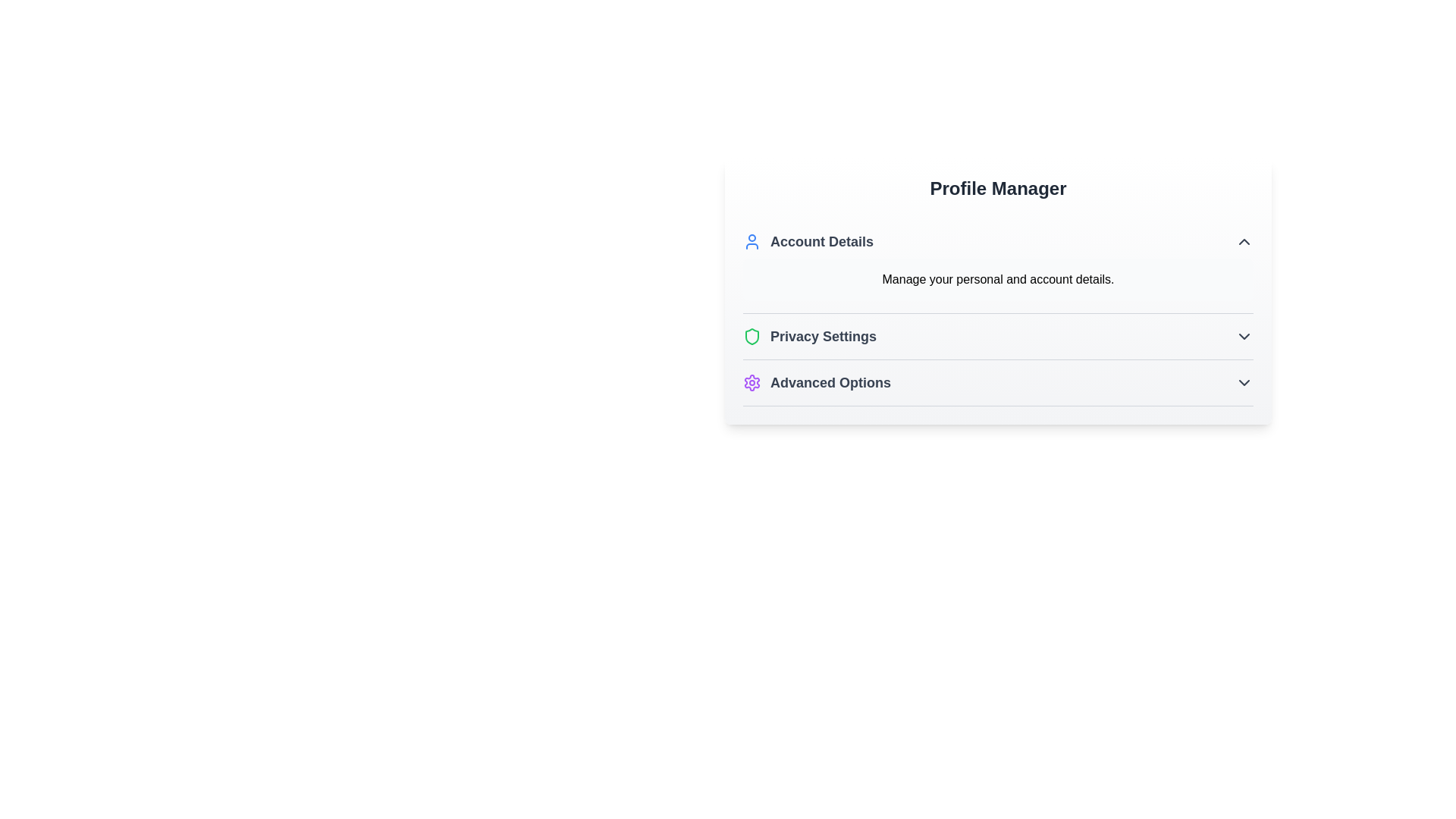 Image resolution: width=1456 pixels, height=819 pixels. Describe the element at coordinates (821, 241) in the screenshot. I see `the 'Account Details' text label, which is bold and dark blue/black, located in the 'Profile Manager' section next to a user icon` at that location.